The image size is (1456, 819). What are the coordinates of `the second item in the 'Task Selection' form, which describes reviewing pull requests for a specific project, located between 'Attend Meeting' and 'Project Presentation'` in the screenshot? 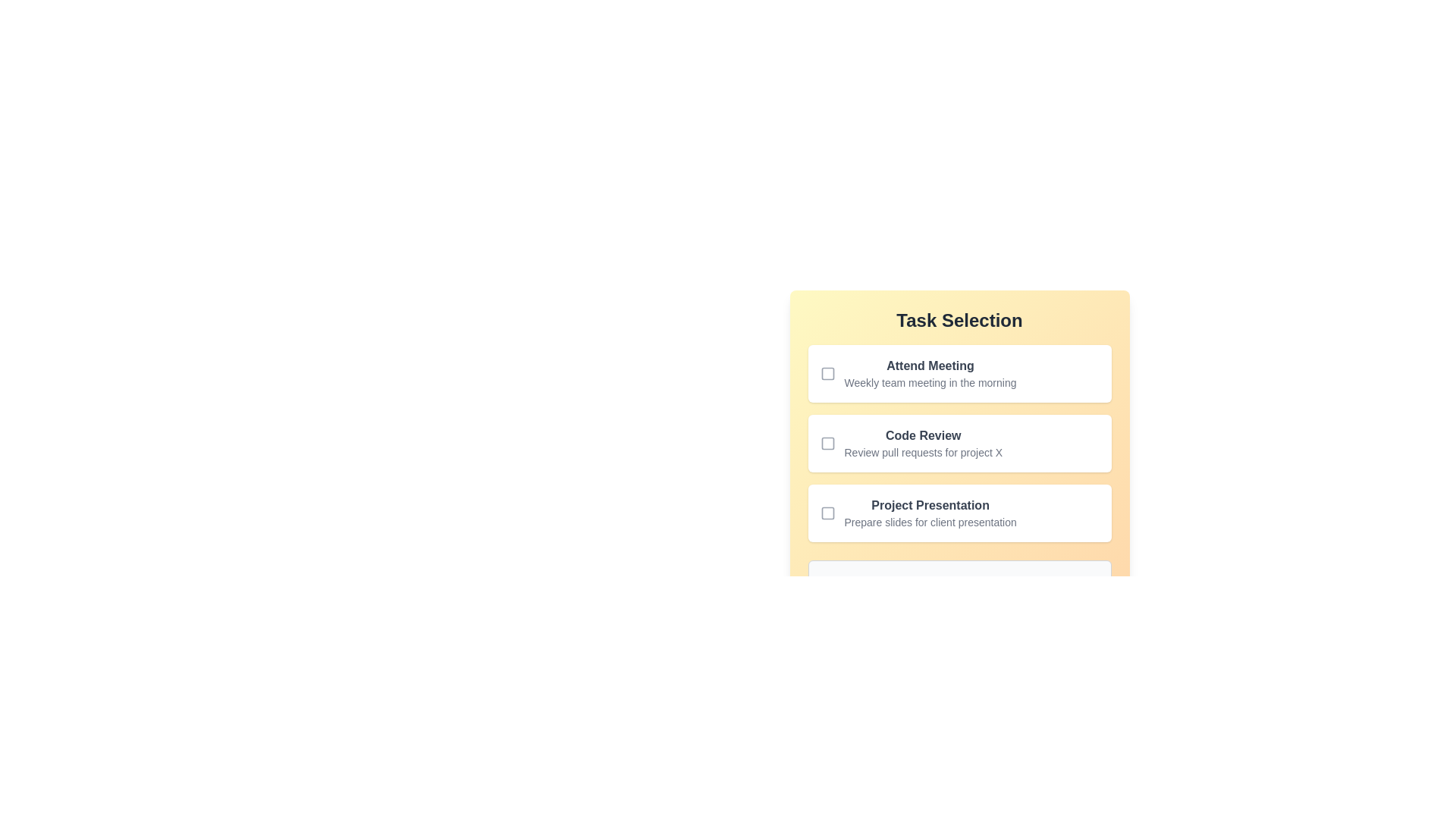 It's located at (922, 444).